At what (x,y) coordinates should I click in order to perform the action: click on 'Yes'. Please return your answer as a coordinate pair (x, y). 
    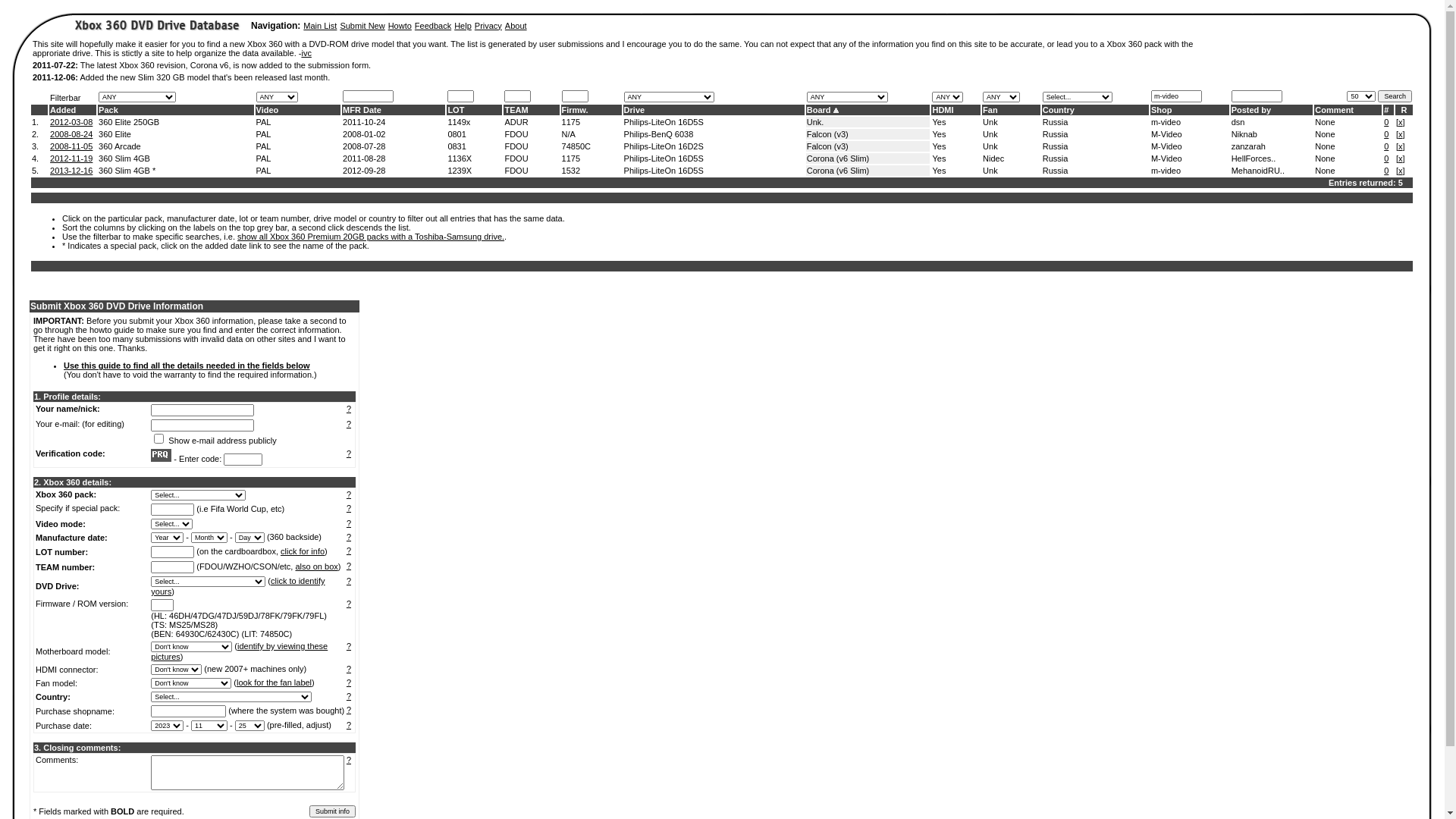
    Looking at the image, I should click on (938, 158).